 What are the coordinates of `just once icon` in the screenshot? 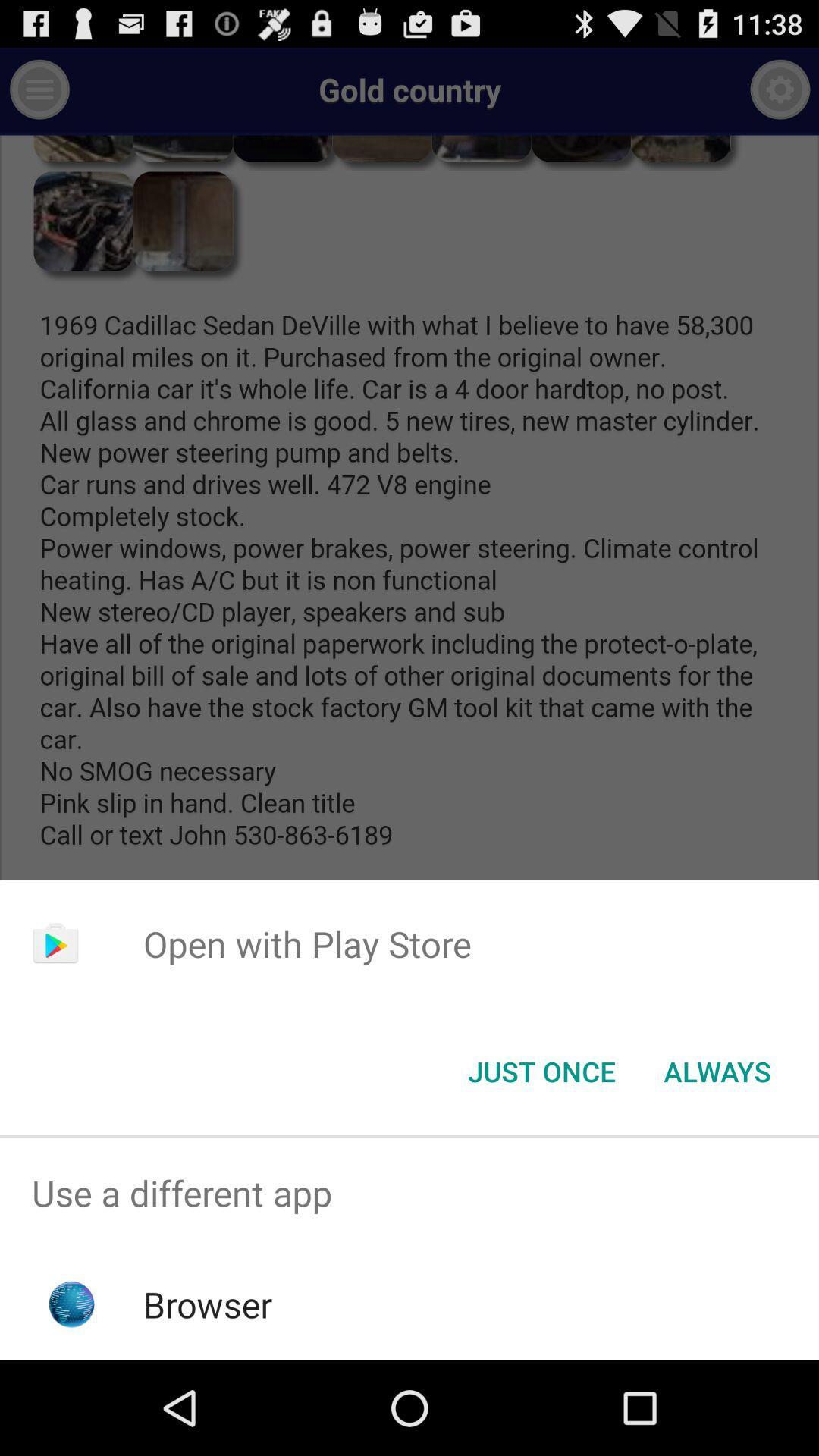 It's located at (541, 1070).